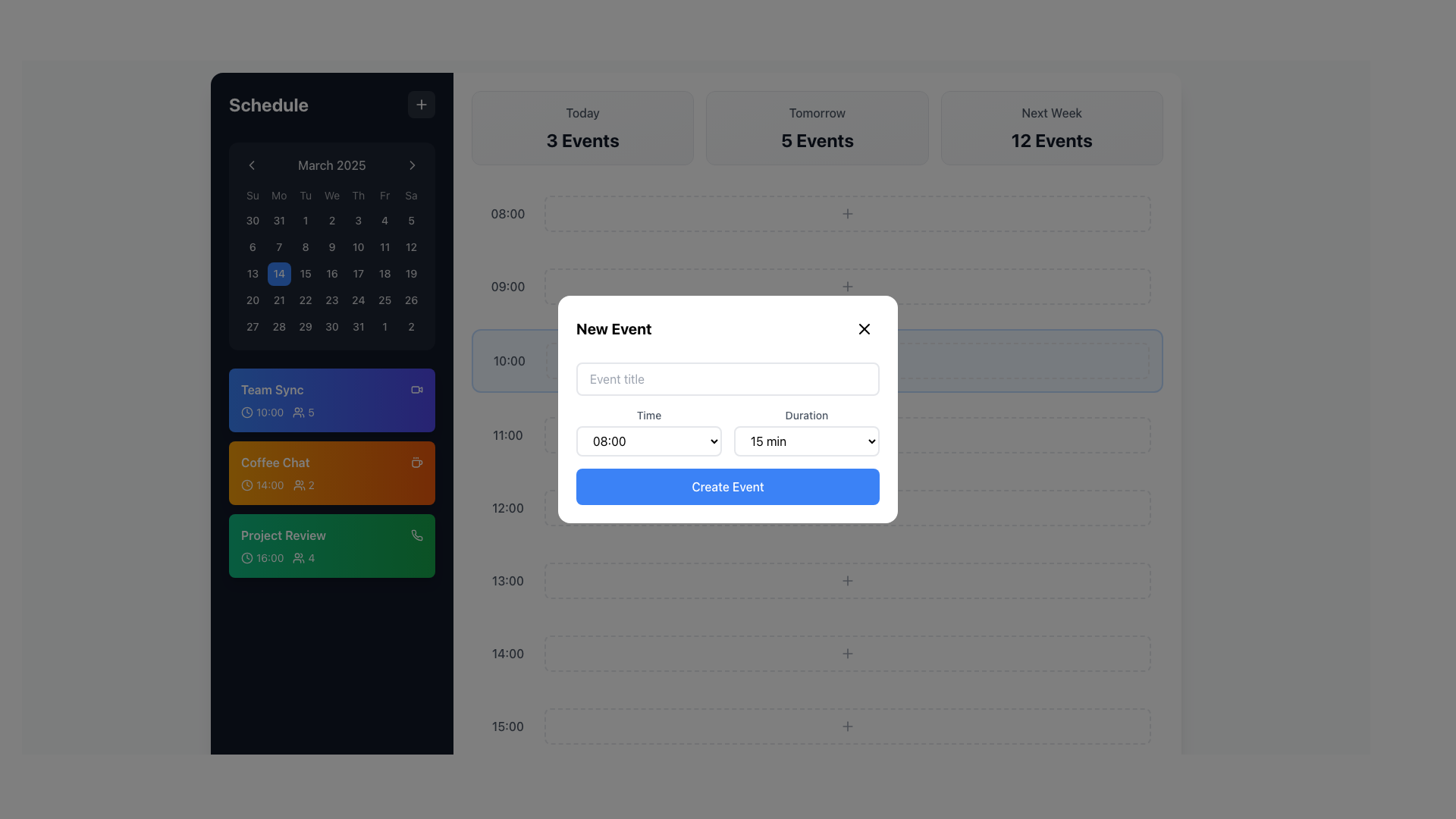 This screenshot has width=1456, height=819. Describe the element at coordinates (331, 165) in the screenshot. I see `the Text label displaying the currently selected month and year in the calendar view, located at the top section of the calendar widget, centered between the navigational arrow icons` at that location.